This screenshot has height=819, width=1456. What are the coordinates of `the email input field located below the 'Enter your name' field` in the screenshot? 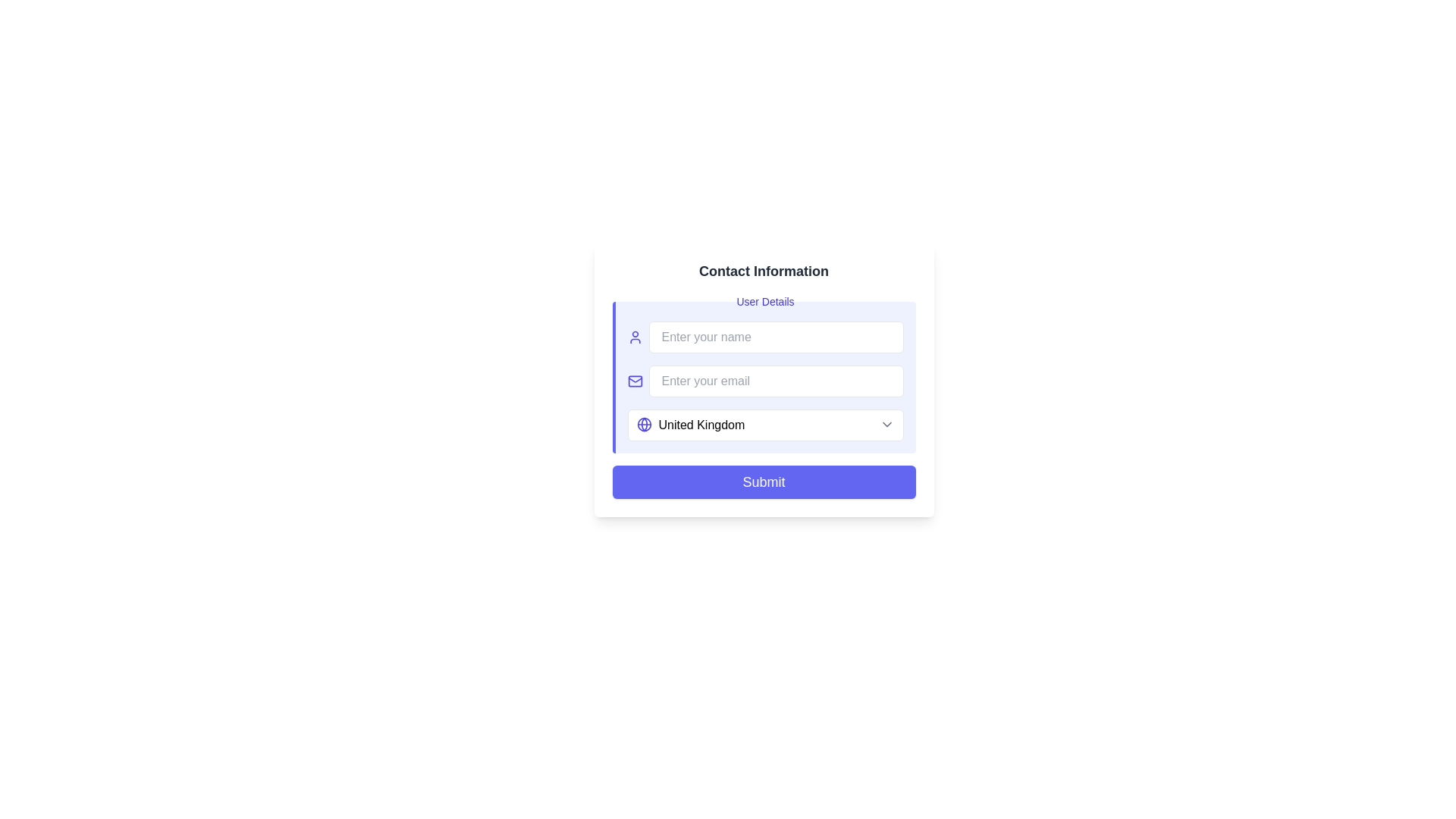 It's located at (765, 380).